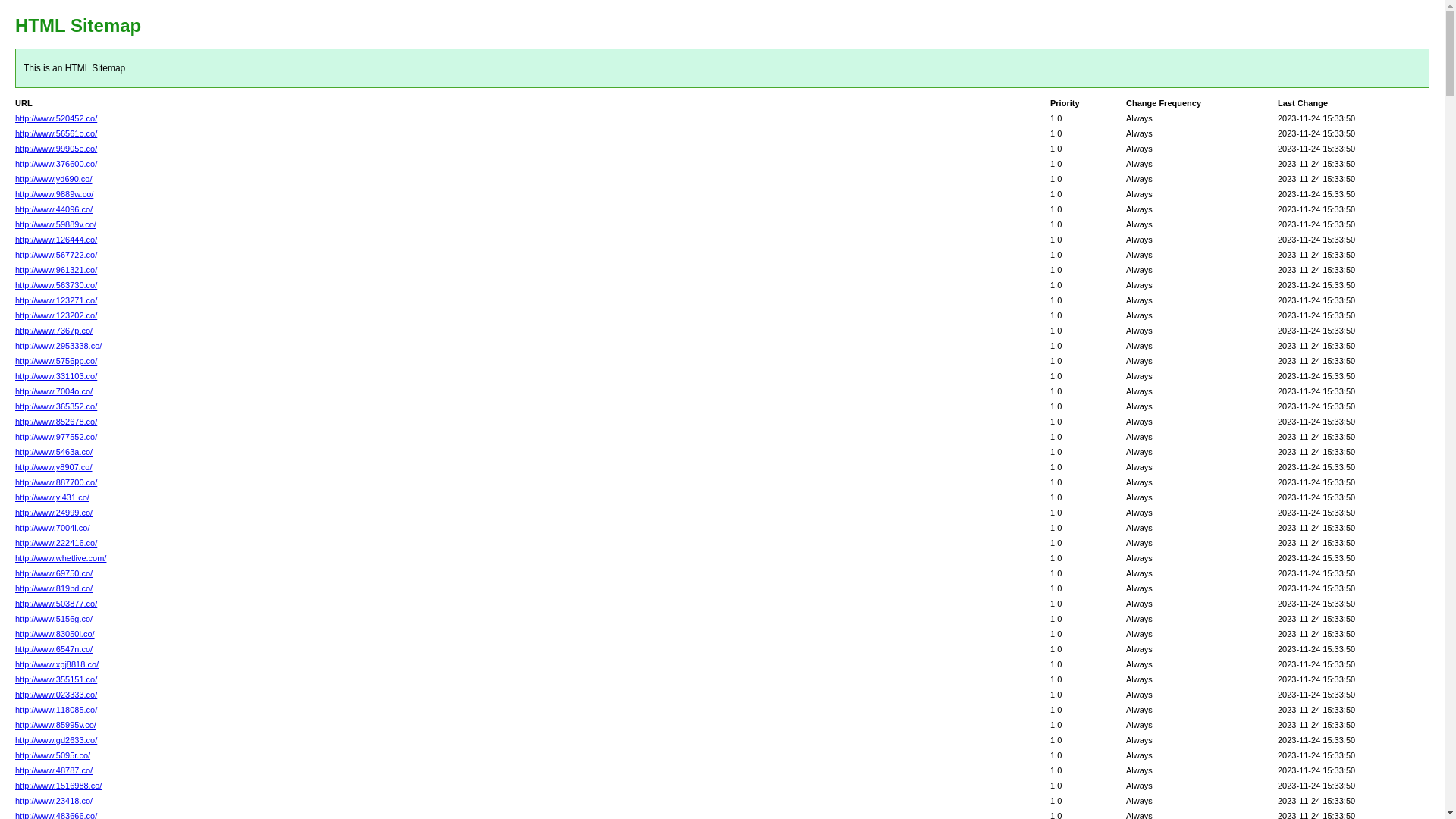  Describe the element at coordinates (14, 164) in the screenshot. I see `'http://www.376600.co/'` at that location.